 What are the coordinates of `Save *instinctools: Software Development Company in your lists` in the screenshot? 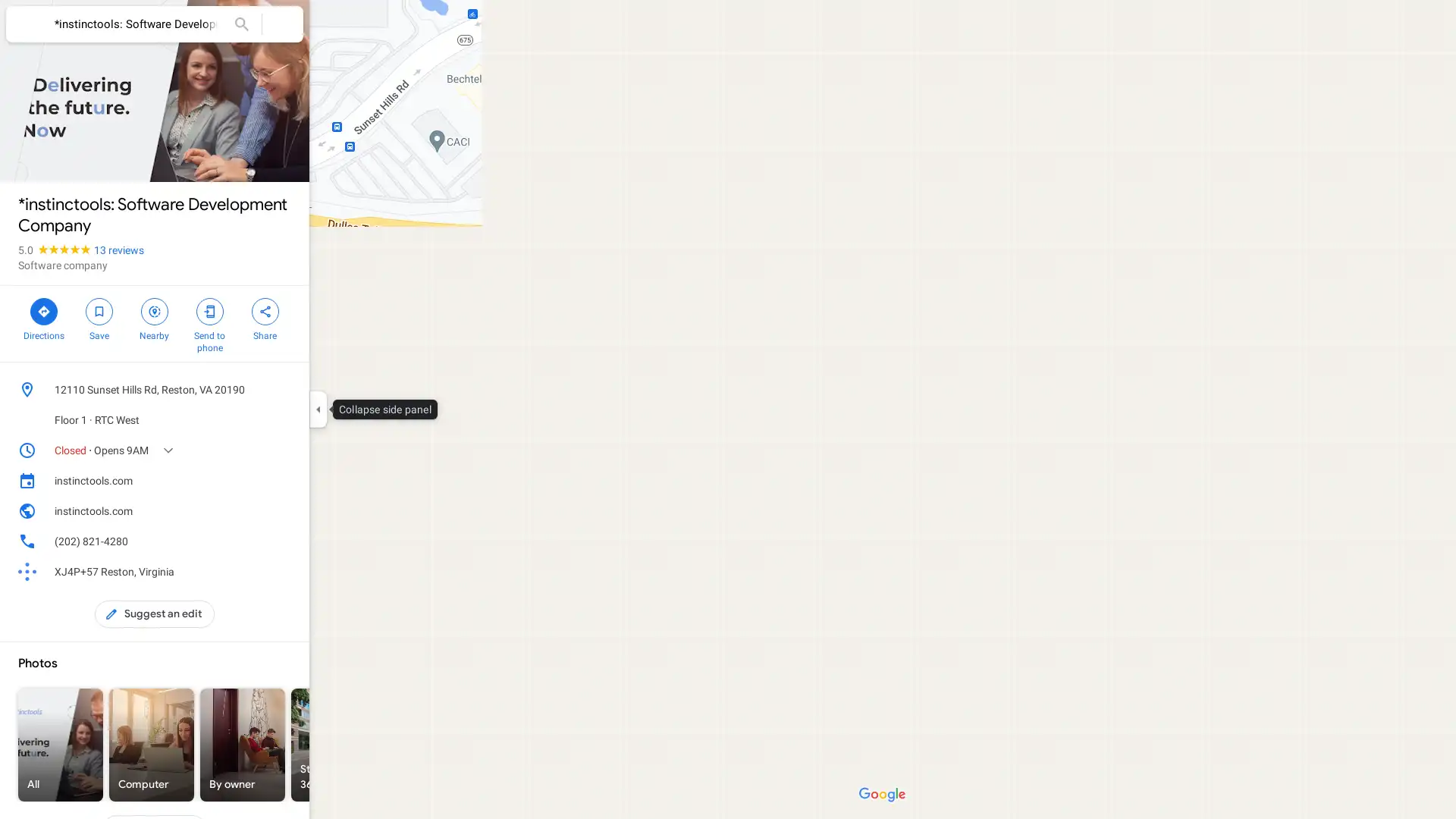 It's located at (98, 317).